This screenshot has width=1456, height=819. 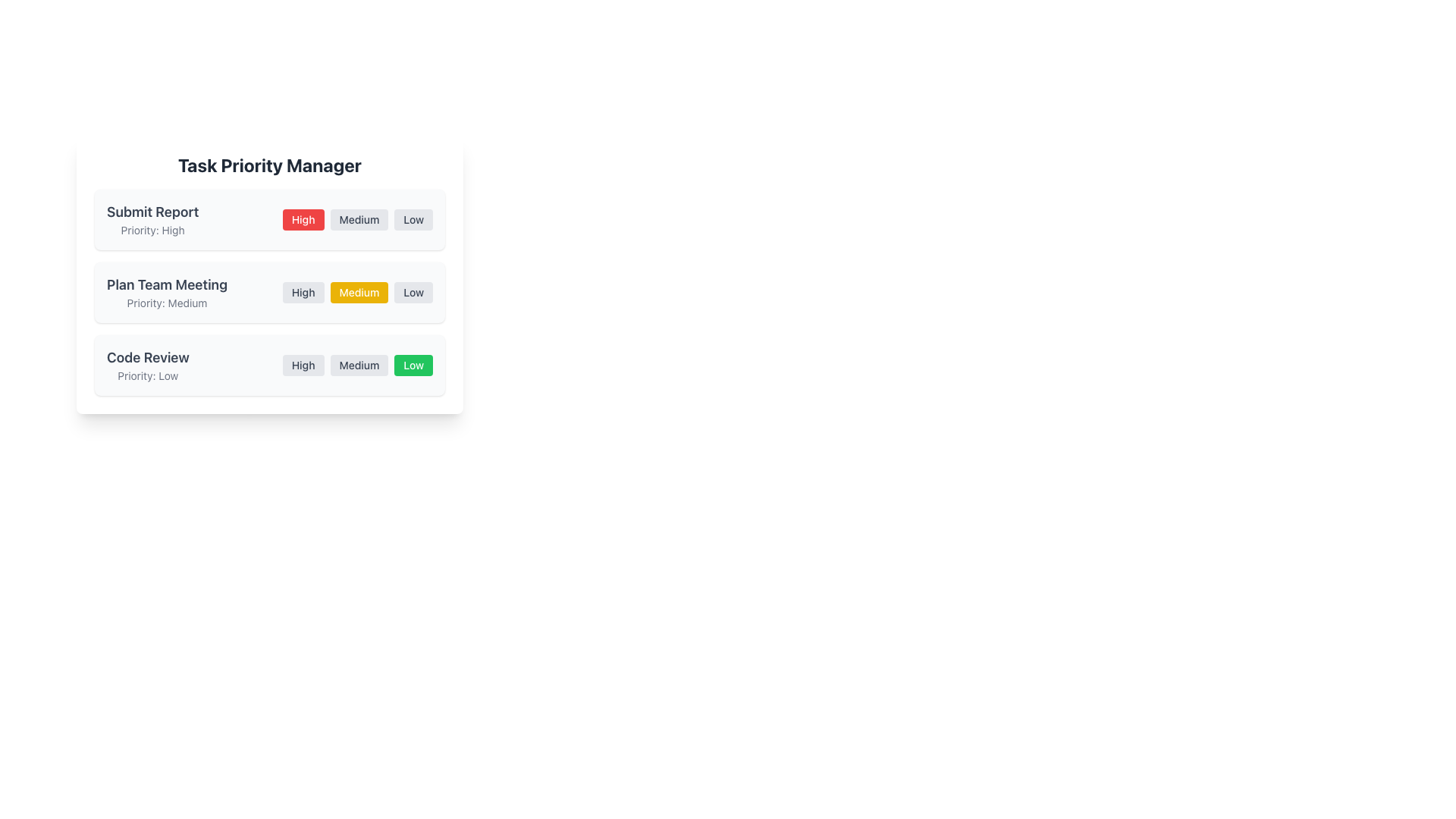 What do you see at coordinates (303, 366) in the screenshot?
I see `the 'High' priority button in the 'Task Priority Manager' interface` at bounding box center [303, 366].